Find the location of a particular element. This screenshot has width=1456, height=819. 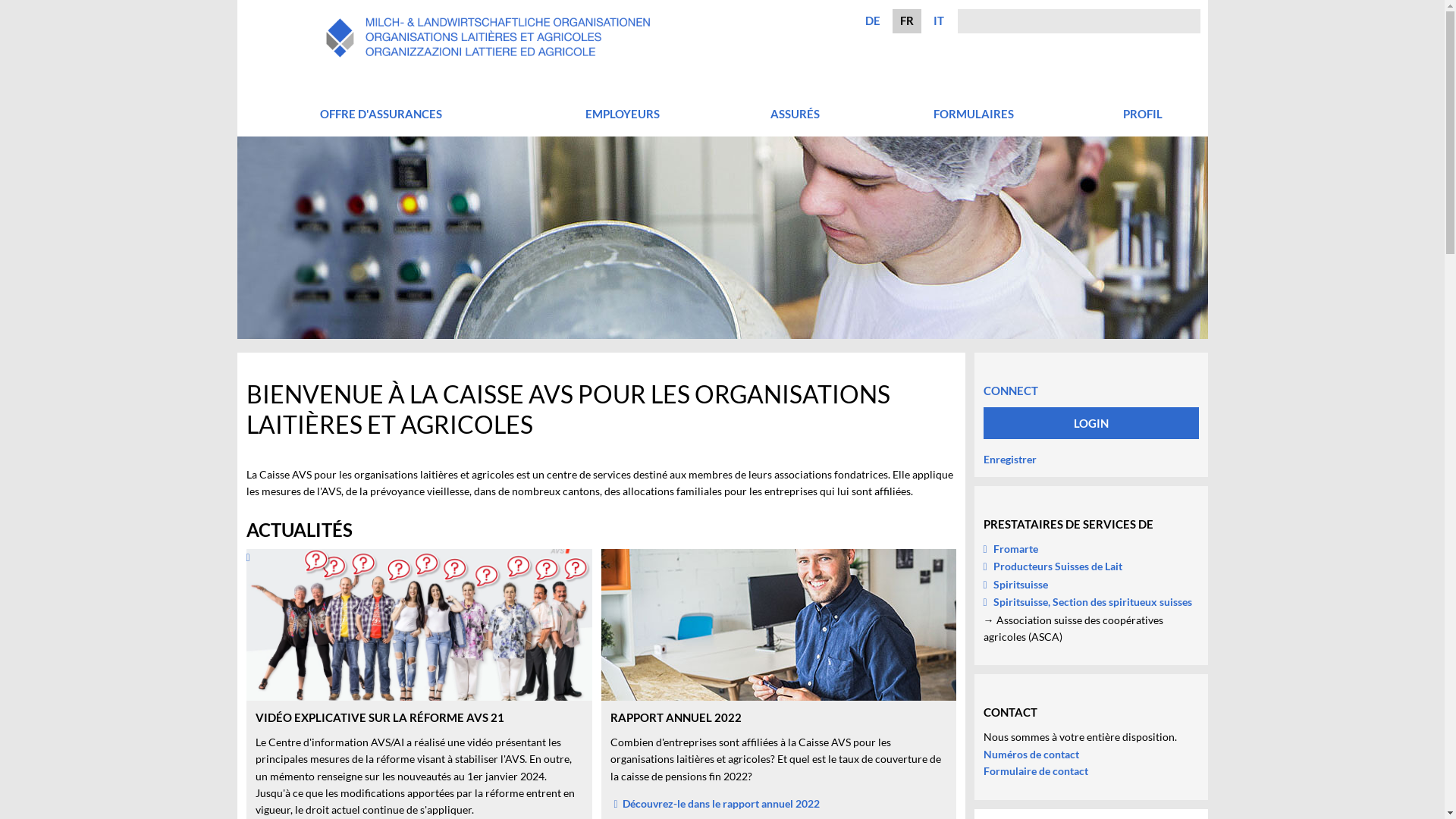

'Formulaire de contact' is located at coordinates (1034, 770).